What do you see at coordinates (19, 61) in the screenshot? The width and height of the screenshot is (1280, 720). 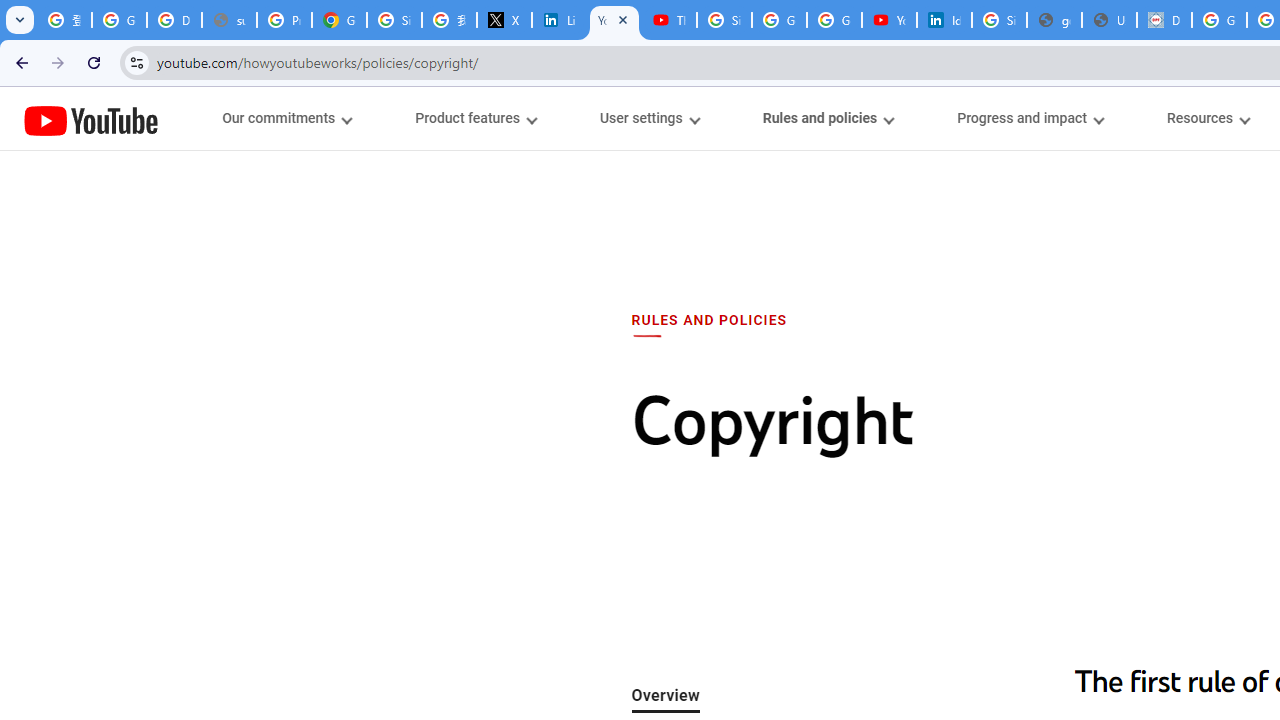 I see `'Back'` at bounding box center [19, 61].